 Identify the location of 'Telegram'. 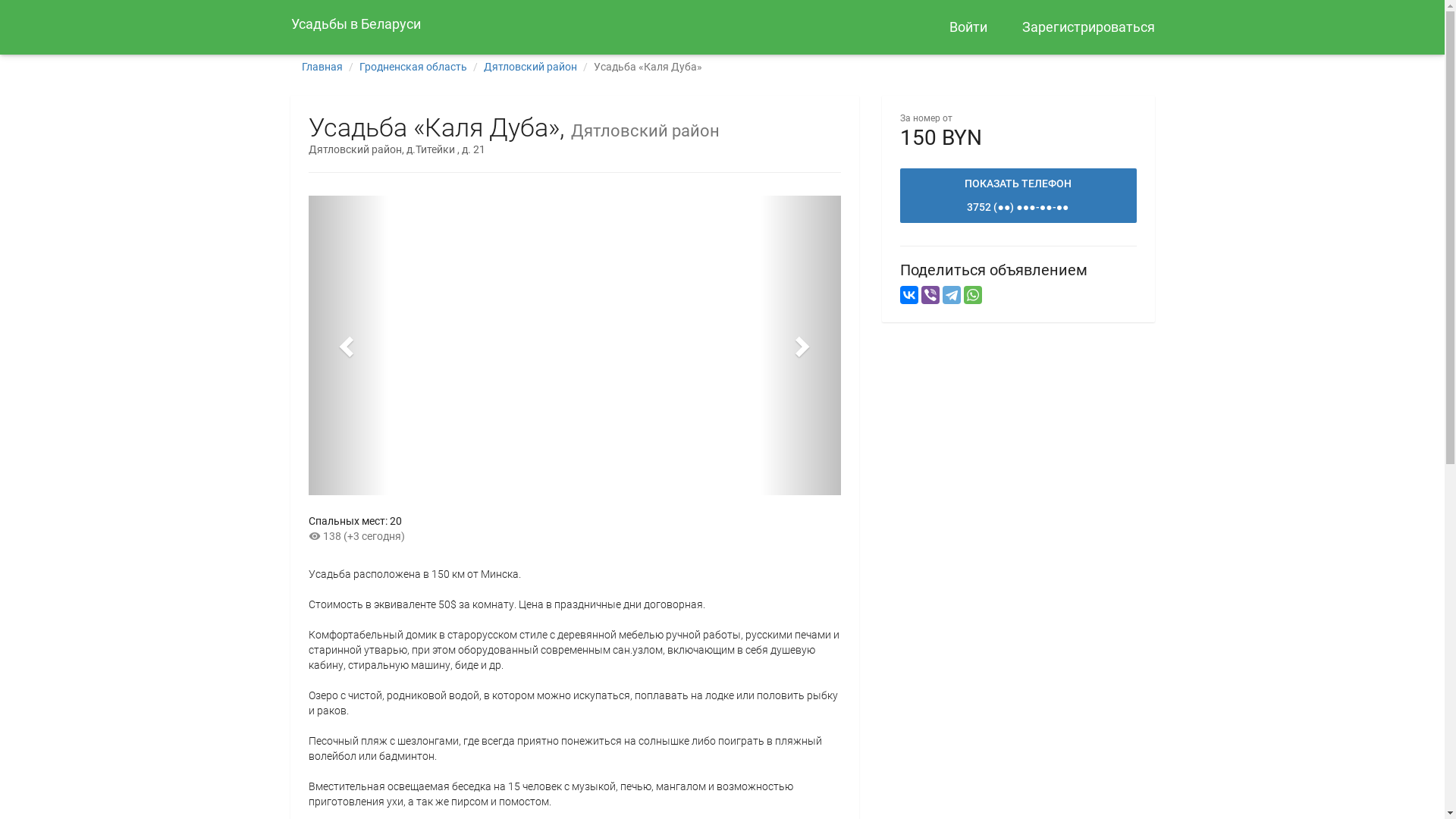
(941, 295).